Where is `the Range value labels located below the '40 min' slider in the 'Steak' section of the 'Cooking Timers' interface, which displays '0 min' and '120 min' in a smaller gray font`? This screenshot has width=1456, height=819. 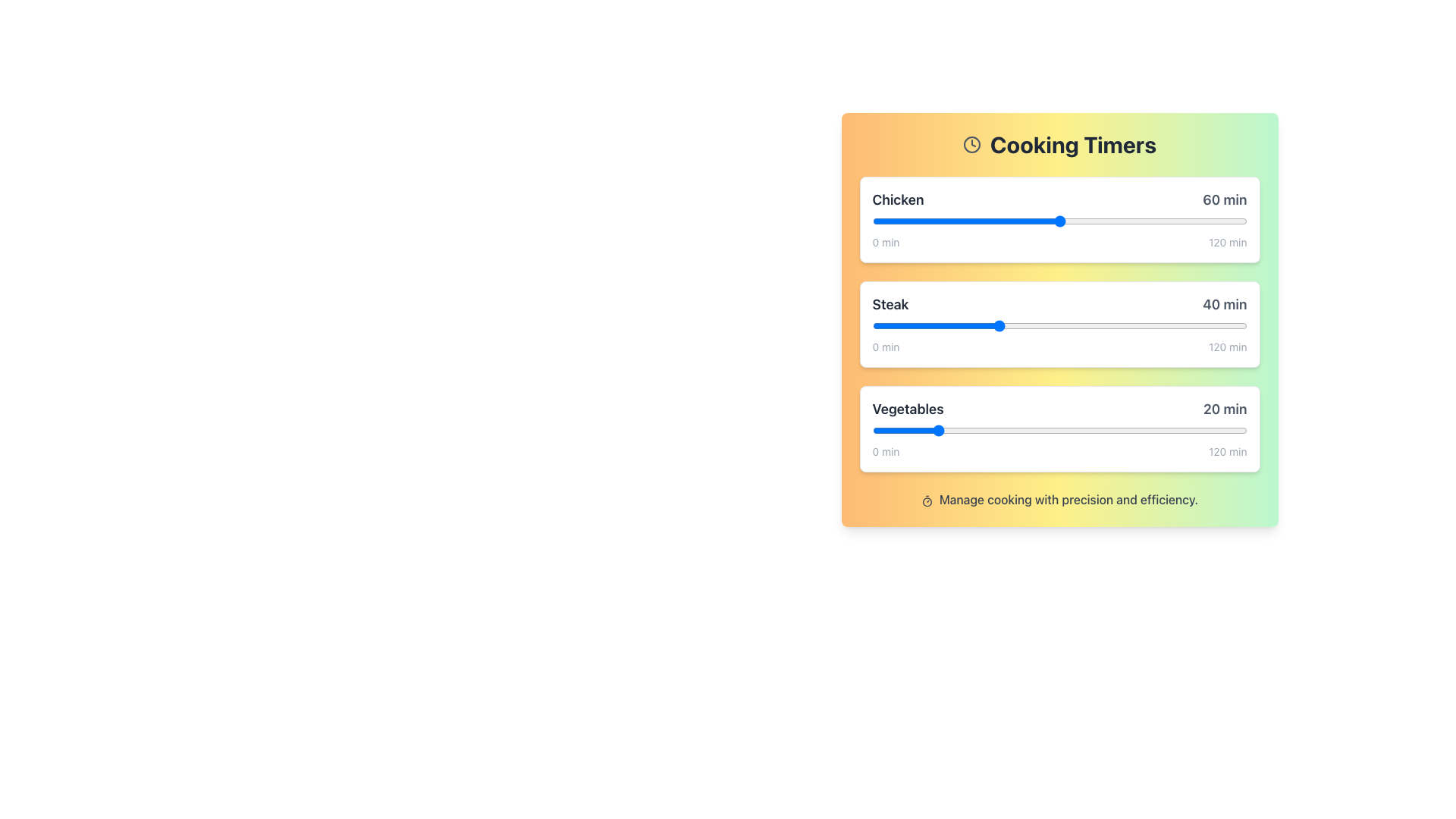
the Range value labels located below the '40 min' slider in the 'Steak' section of the 'Cooking Timers' interface, which displays '0 min' and '120 min' in a smaller gray font is located at coordinates (1059, 347).